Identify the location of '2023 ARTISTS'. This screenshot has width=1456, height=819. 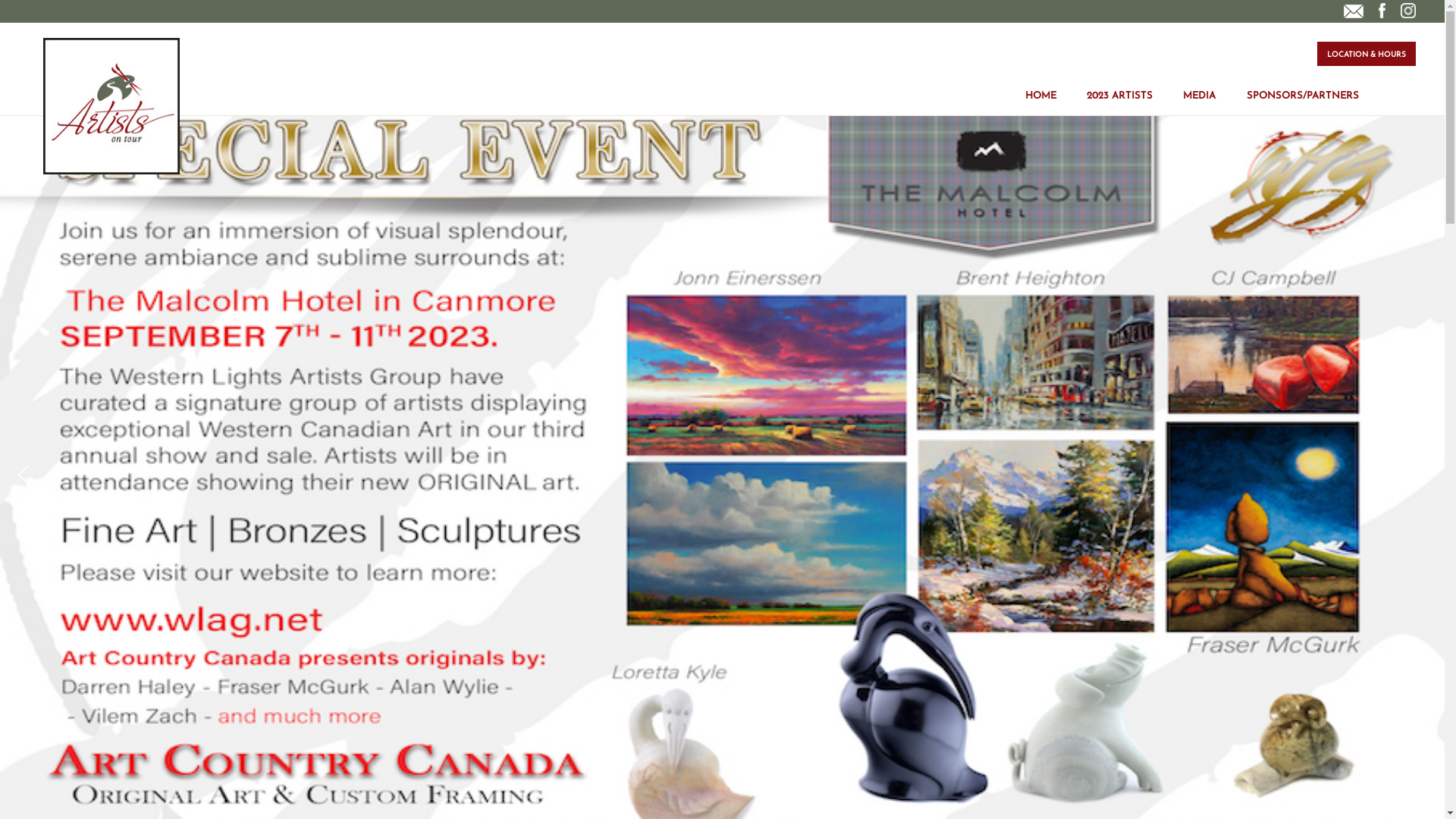
(1119, 84).